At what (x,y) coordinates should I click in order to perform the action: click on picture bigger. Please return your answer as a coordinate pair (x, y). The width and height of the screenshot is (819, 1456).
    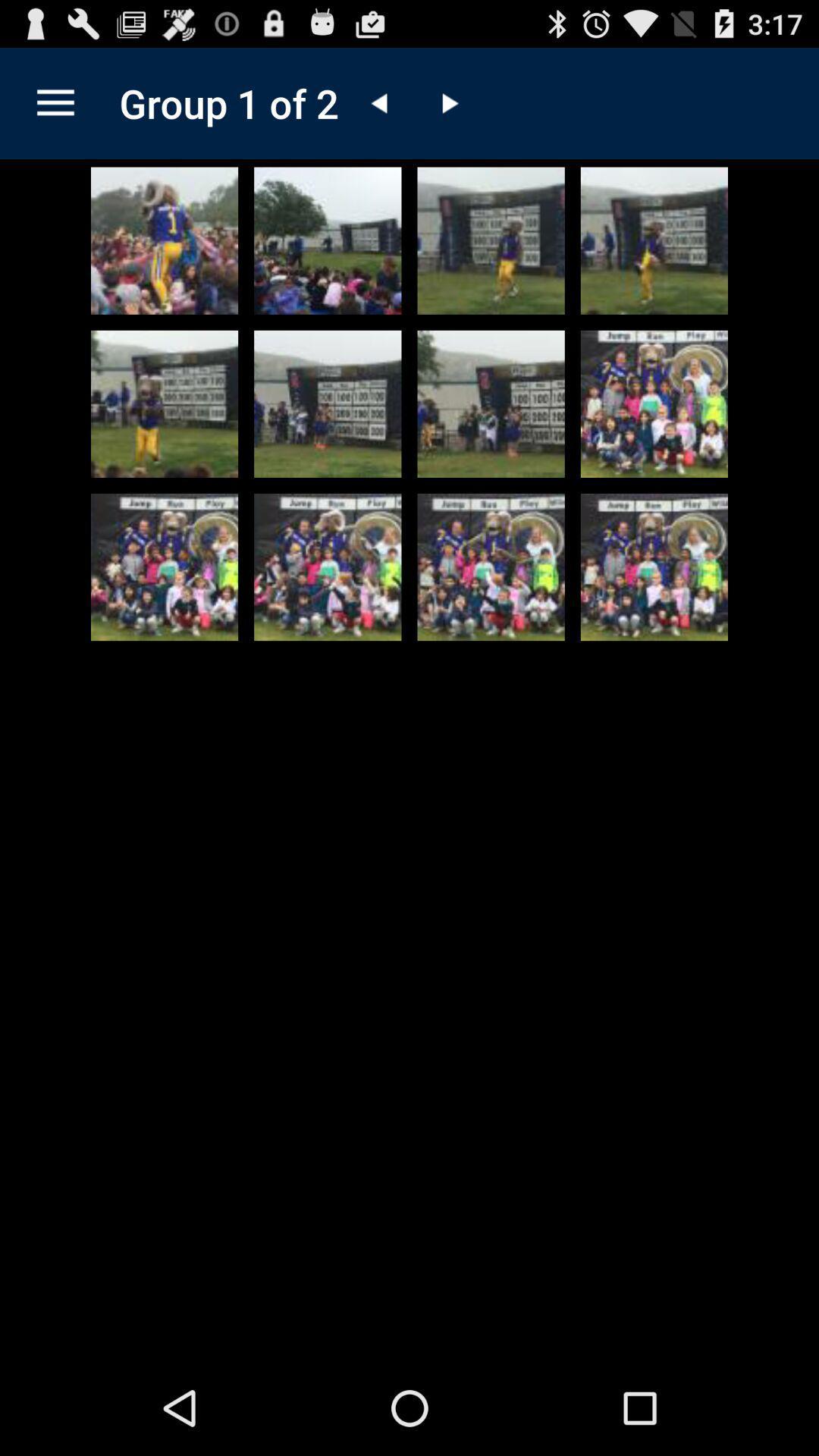
    Looking at the image, I should click on (165, 403).